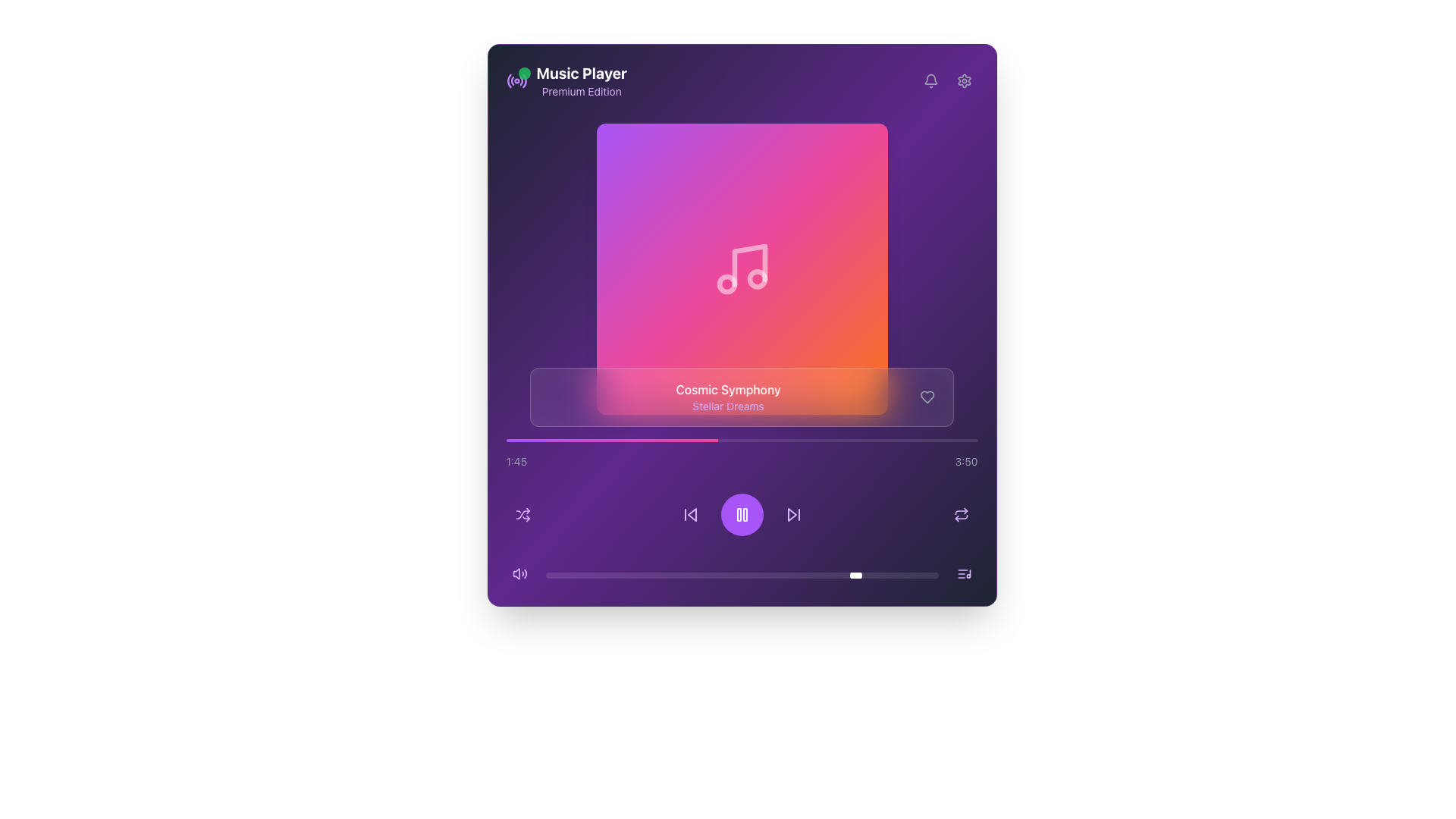  What do you see at coordinates (742, 441) in the screenshot?
I see `the progress bar, which is a horizontal bar with a gradient background transitioning from purple to pink, located centrally on the interface below the album information and above the playback controls` at bounding box center [742, 441].